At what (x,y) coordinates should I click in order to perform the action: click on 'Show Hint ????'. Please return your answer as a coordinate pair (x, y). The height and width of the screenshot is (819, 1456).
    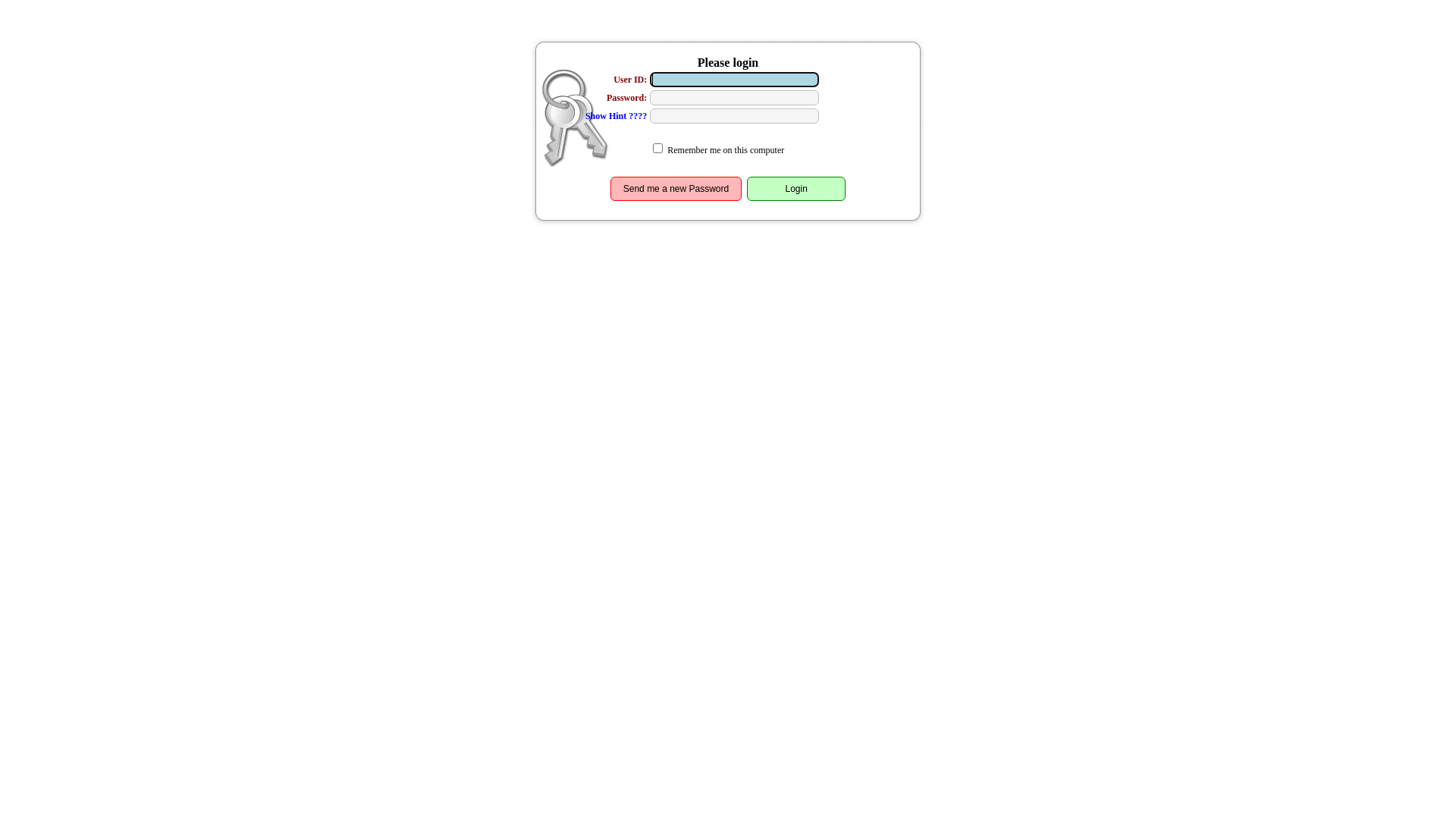
    Looking at the image, I should click on (616, 115).